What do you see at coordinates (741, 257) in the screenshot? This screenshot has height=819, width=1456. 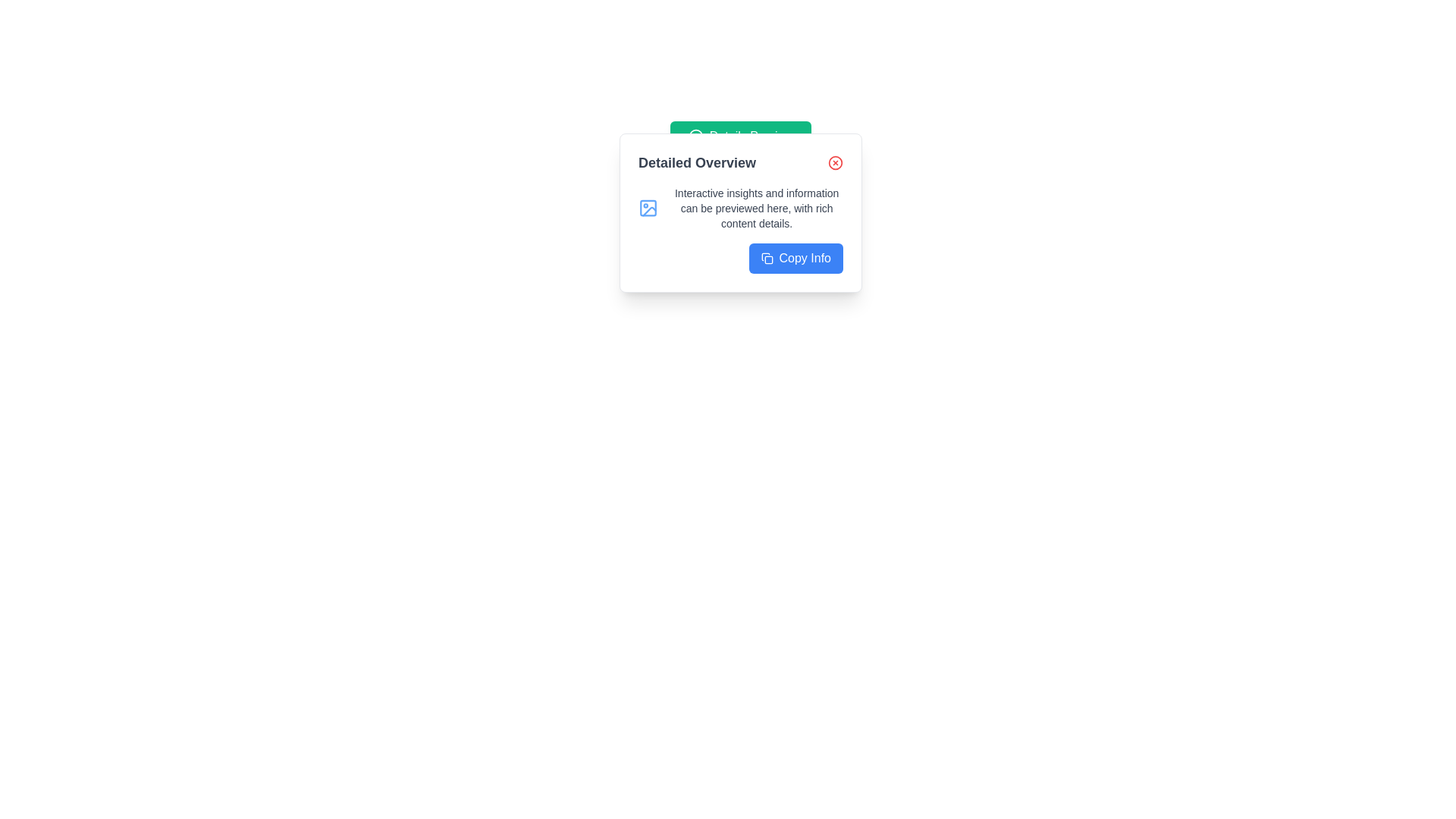 I see `the blue button labeled 'Copy Info' to observe any hover effects` at bounding box center [741, 257].